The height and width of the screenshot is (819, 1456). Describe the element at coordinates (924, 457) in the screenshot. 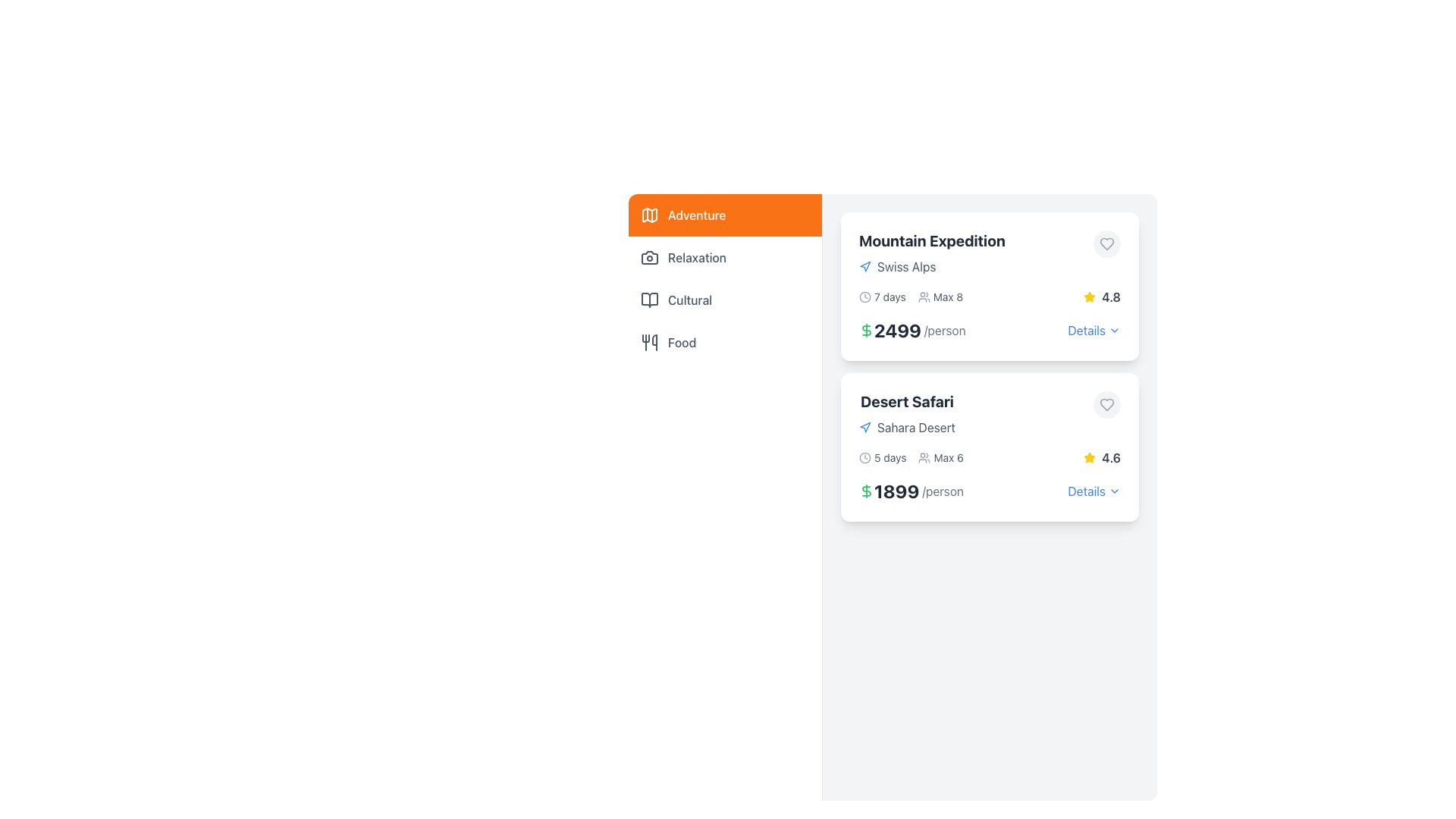

I see `the small gray icon representing a group of people, located to the left of the text 'Max 6' in the travel package details row` at that location.